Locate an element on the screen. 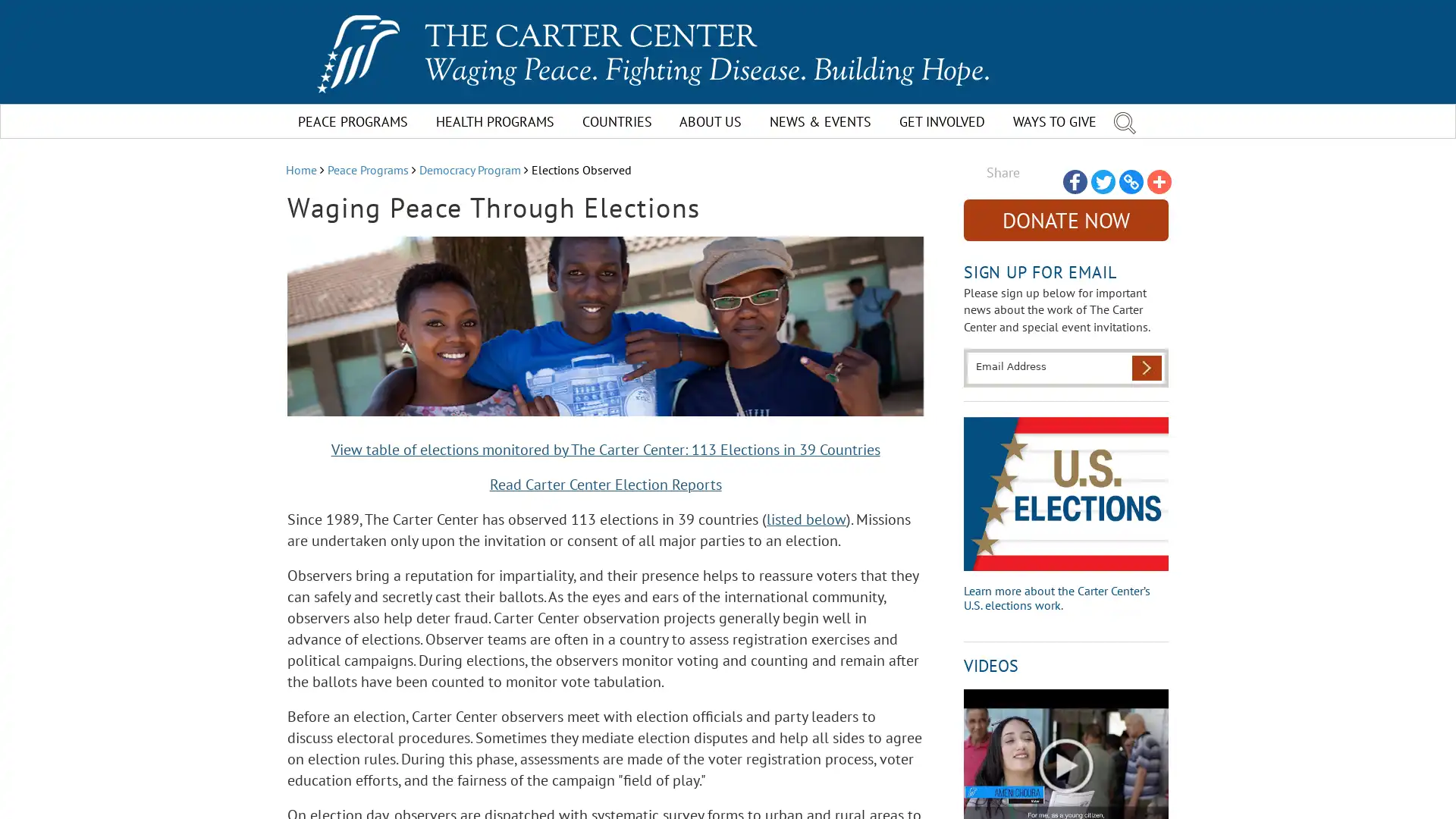  Share to Twitter is located at coordinates (1103, 180).